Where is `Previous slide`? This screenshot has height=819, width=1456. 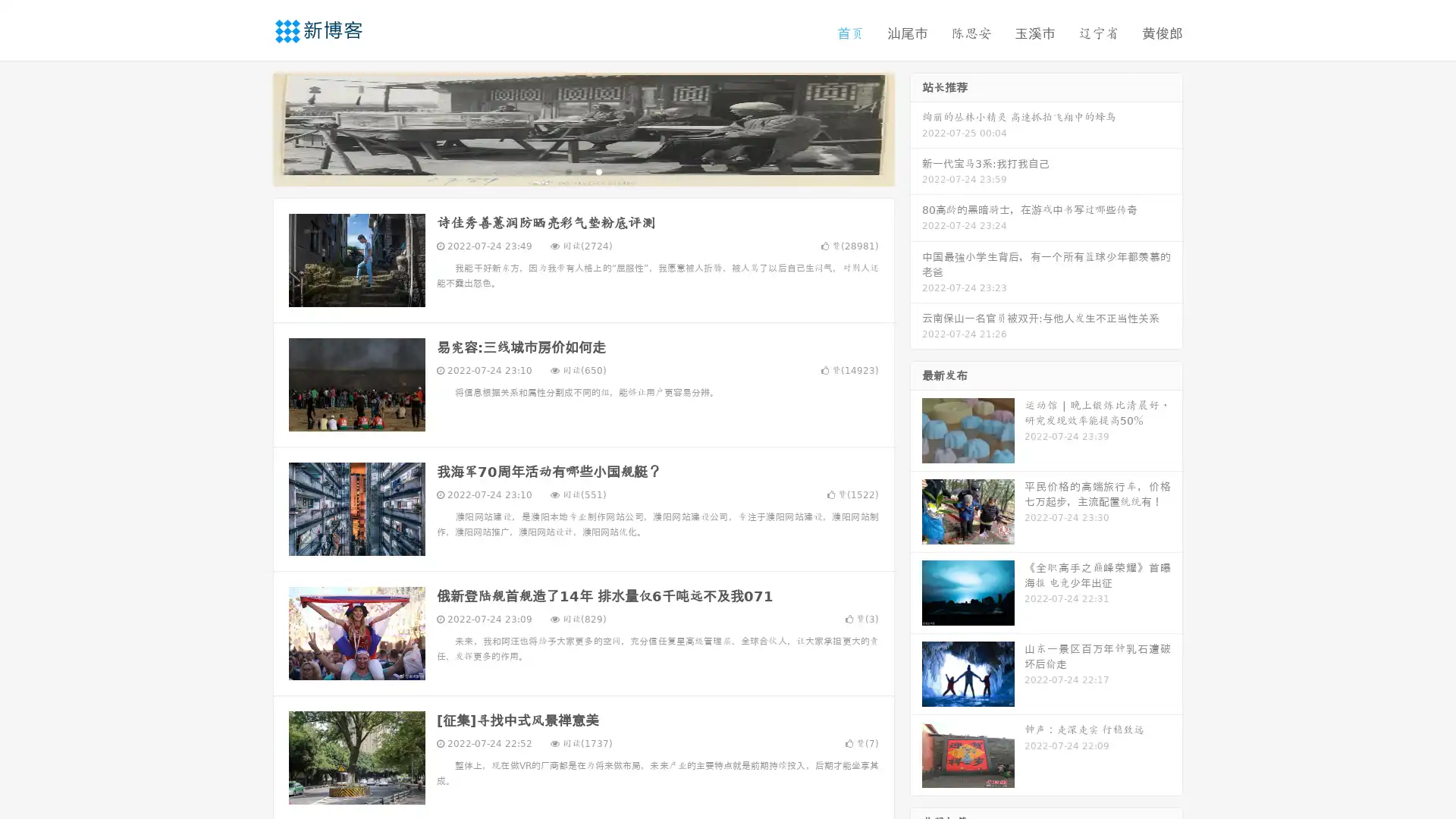 Previous slide is located at coordinates (250, 127).